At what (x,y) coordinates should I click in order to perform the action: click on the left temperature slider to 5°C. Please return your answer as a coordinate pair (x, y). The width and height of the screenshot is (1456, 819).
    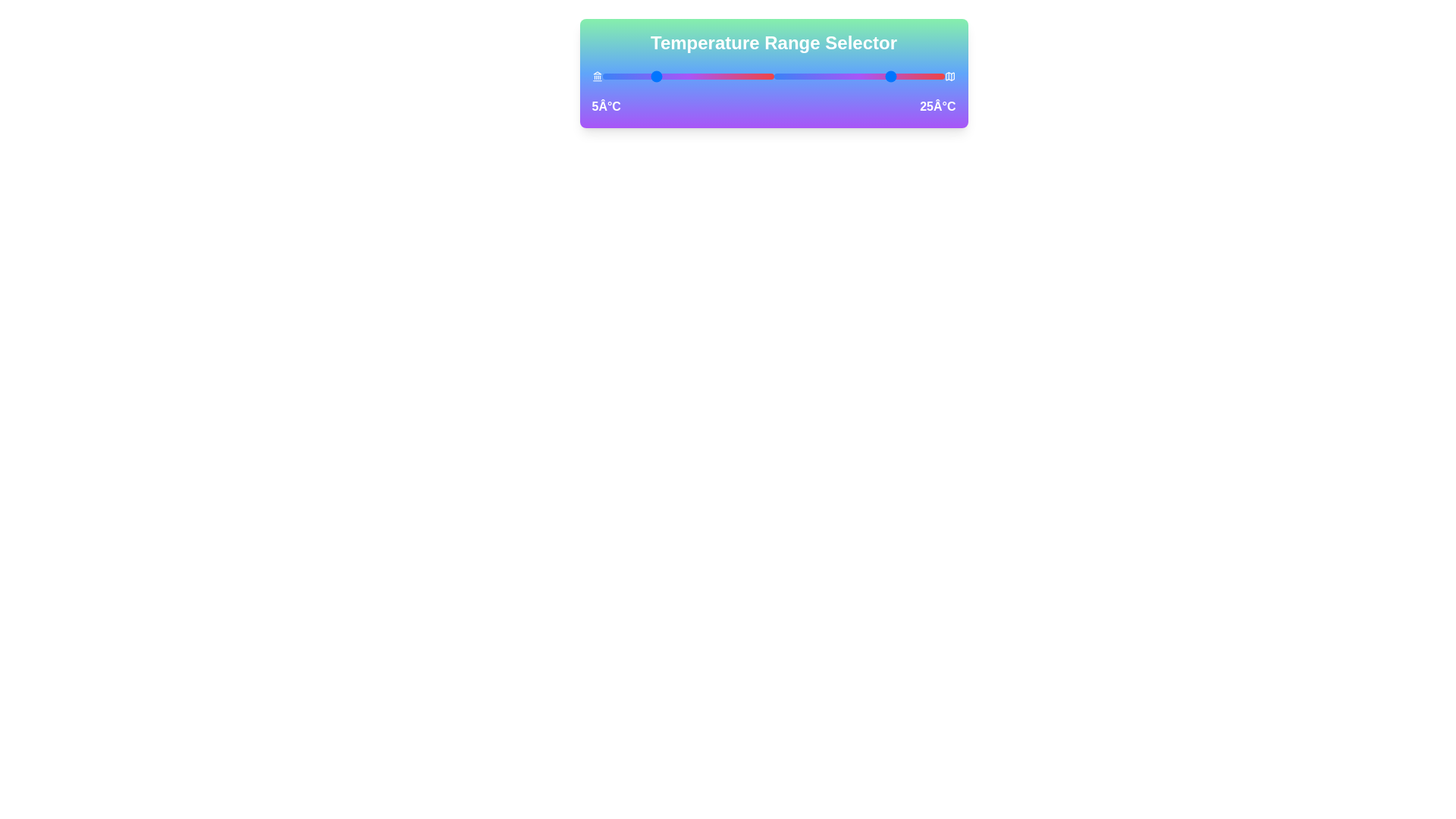
    Looking at the image, I should click on (654, 76).